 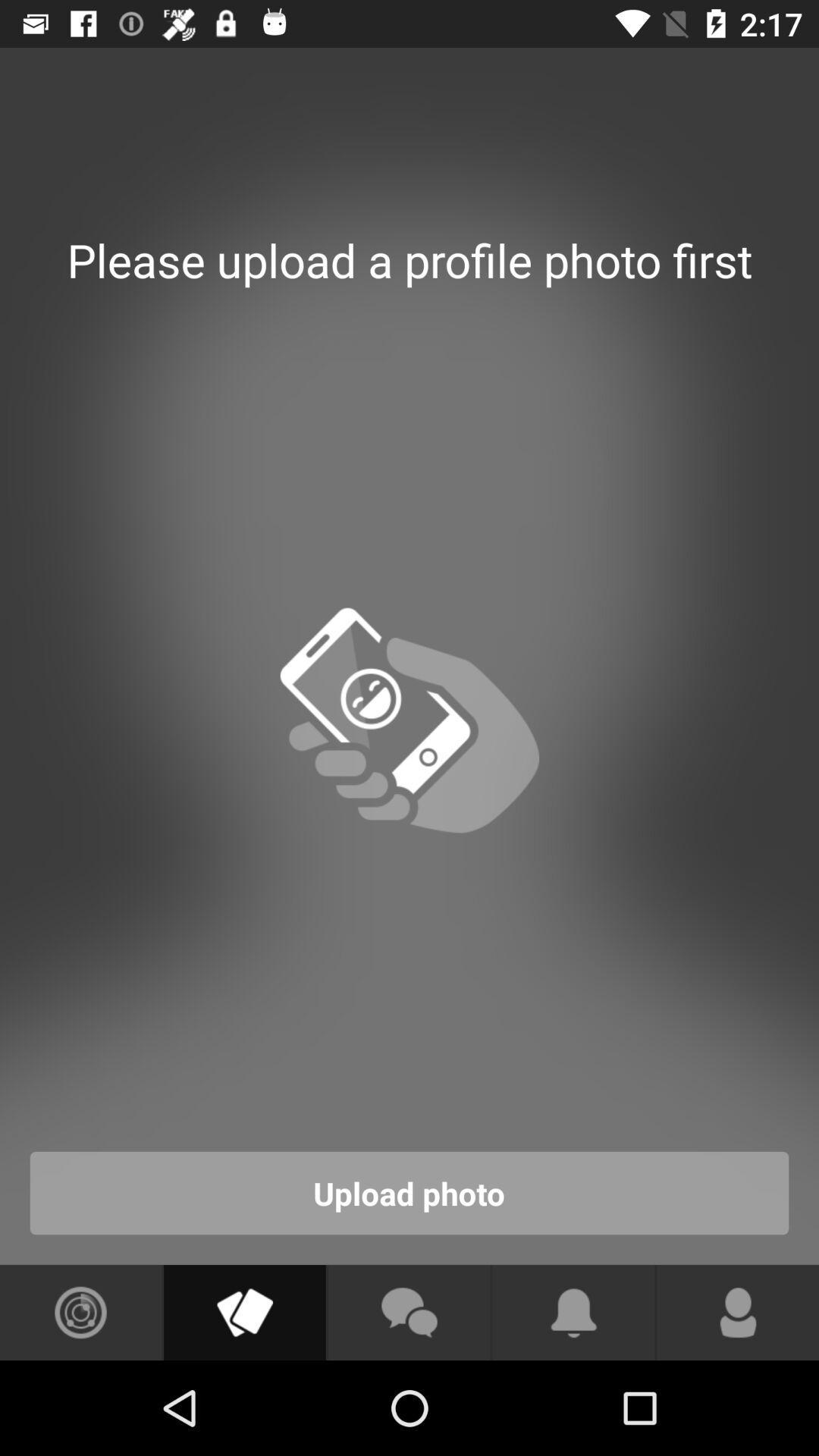 I want to click on open profile, so click(x=737, y=1312).